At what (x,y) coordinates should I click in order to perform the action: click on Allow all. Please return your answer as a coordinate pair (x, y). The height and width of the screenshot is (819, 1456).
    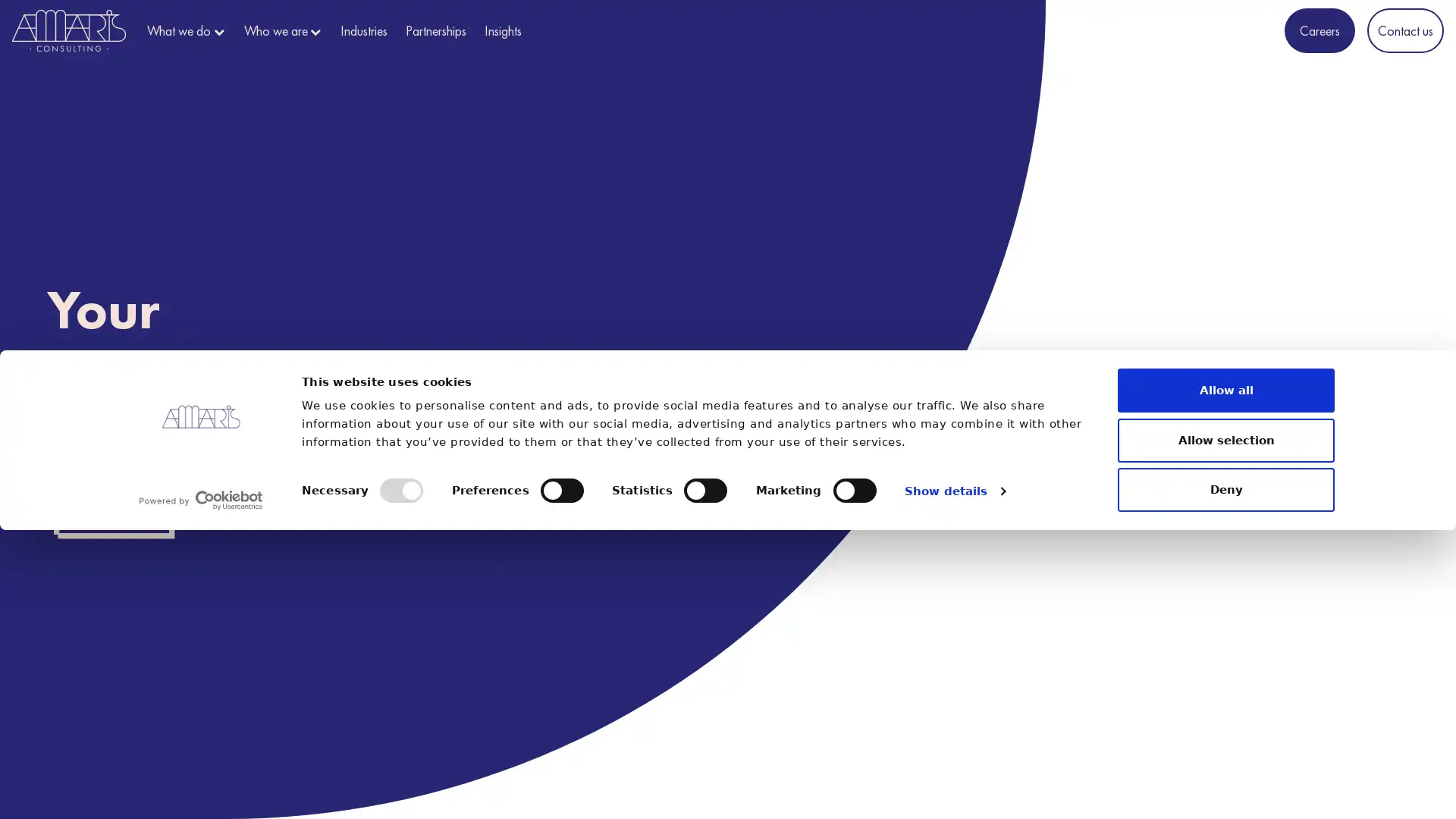
    Looking at the image, I should click on (1226, 678).